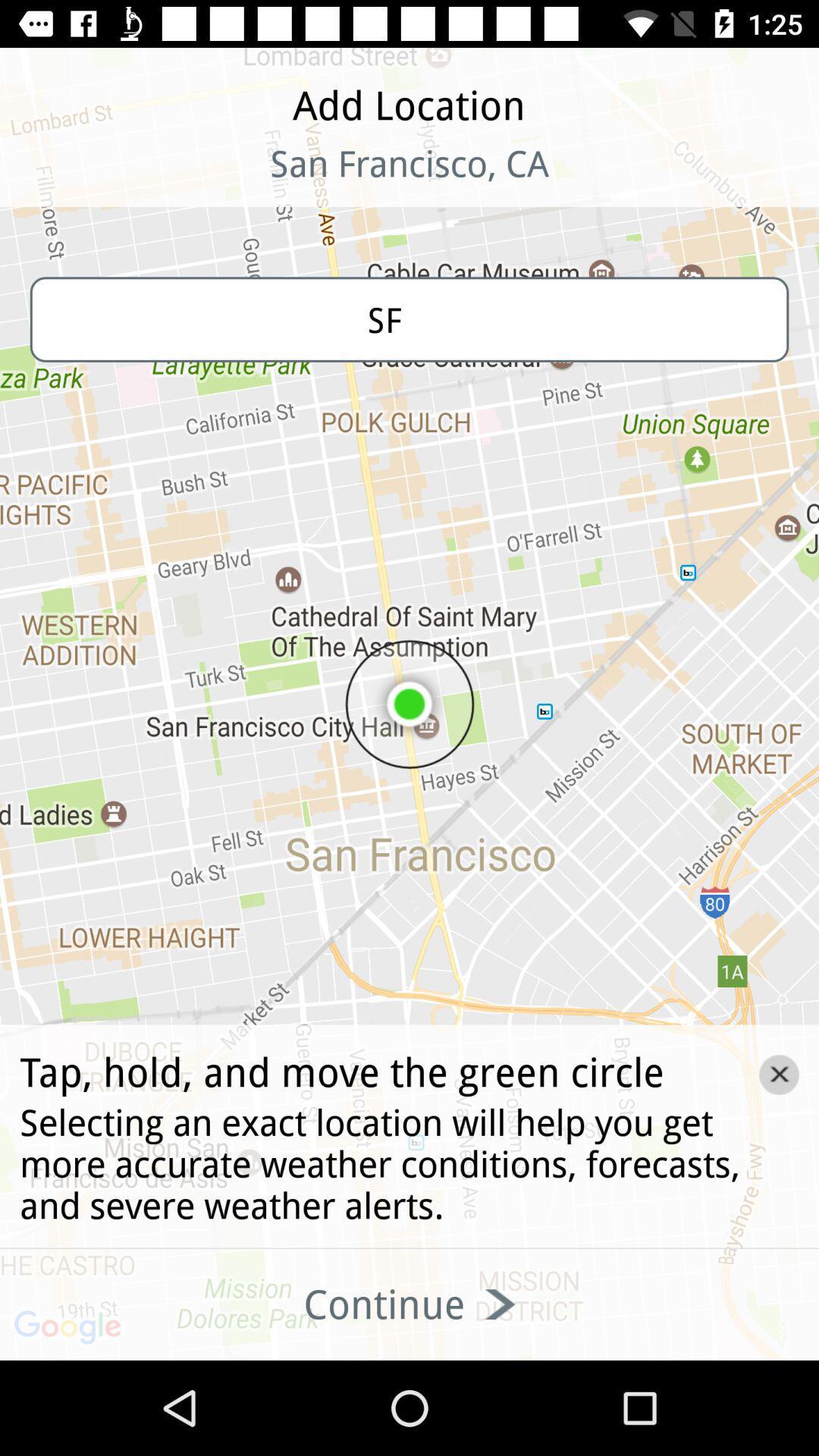  Describe the element at coordinates (779, 1074) in the screenshot. I see `the icon to the right of tap hold and item` at that location.